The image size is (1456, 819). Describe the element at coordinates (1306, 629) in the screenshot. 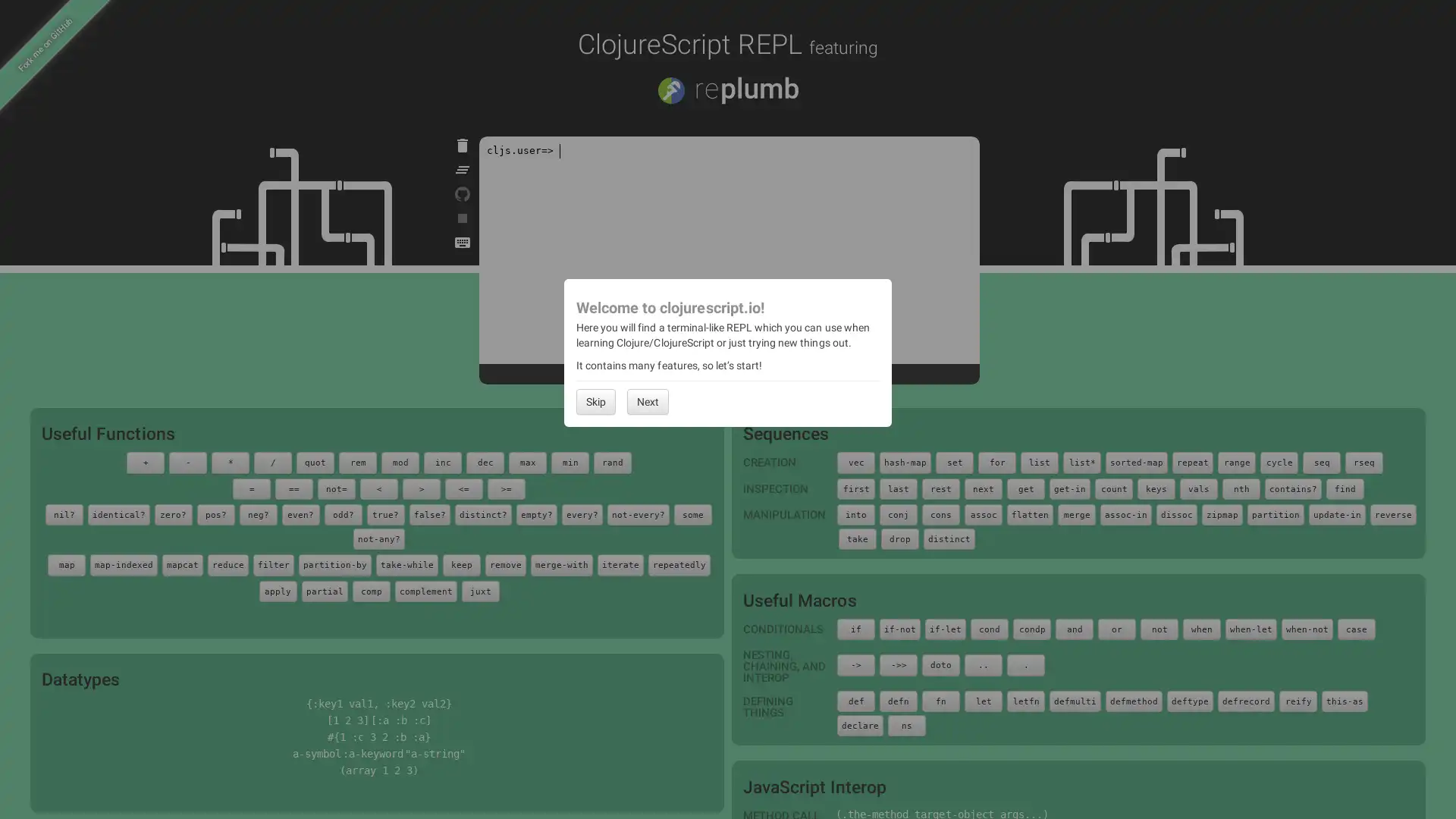

I see `when-not` at that location.